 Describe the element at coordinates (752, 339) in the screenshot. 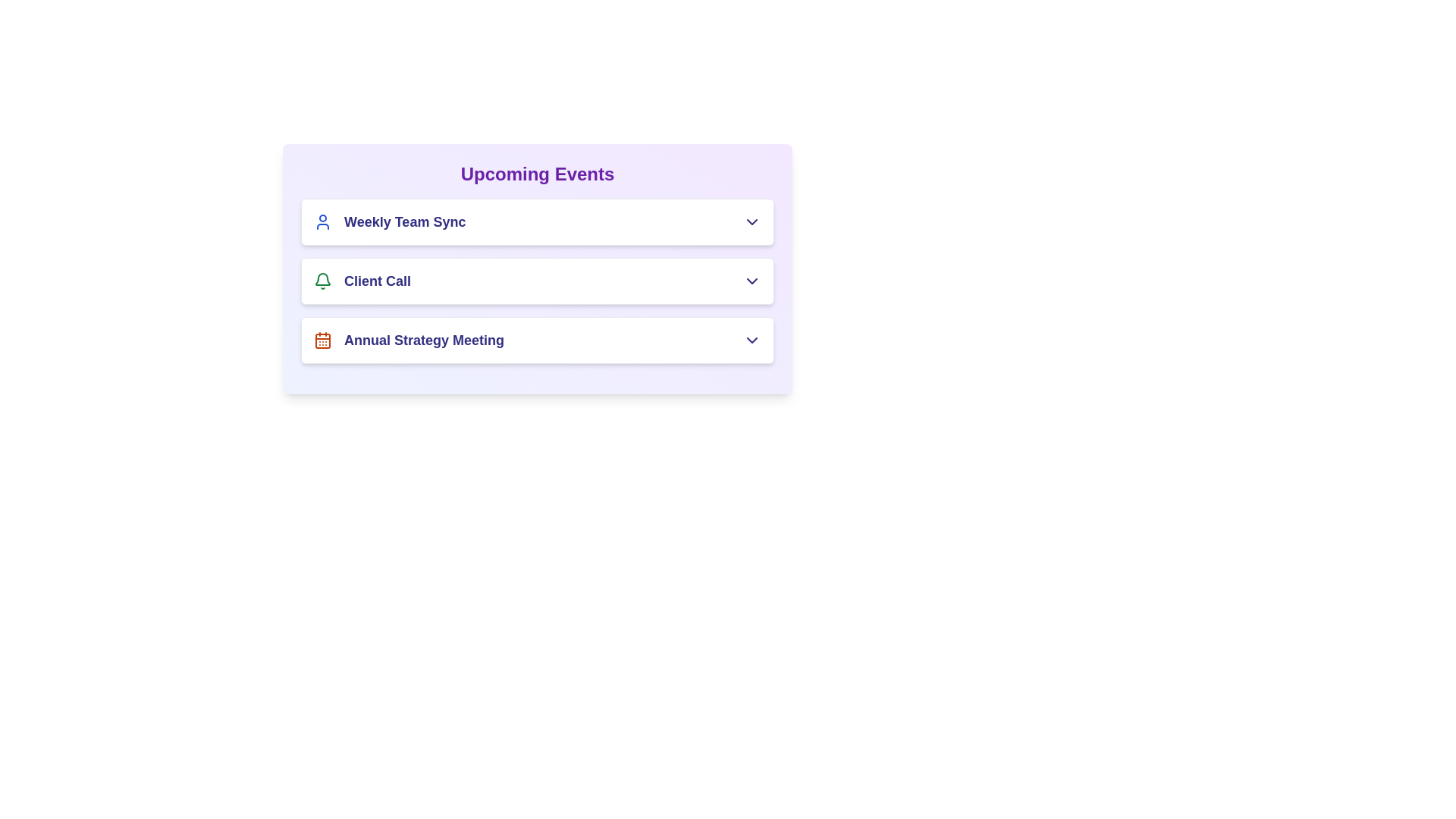

I see `the chevron-down icon located on the far right side of the 'Annual Strategy Meeting' text panel in the Upcoming Events section` at that location.